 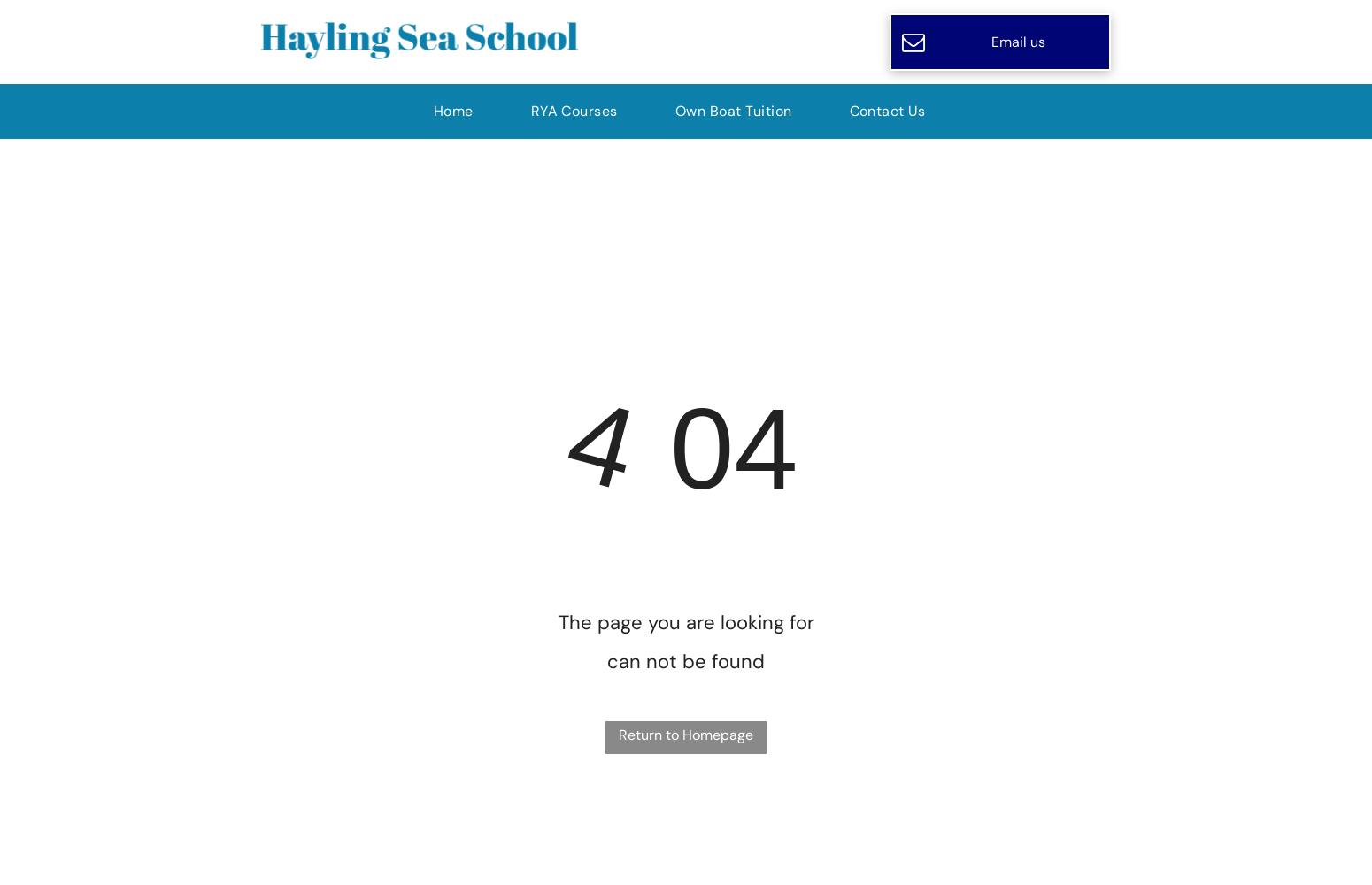 I want to click on 'The page you are looking for', so click(x=685, y=621).